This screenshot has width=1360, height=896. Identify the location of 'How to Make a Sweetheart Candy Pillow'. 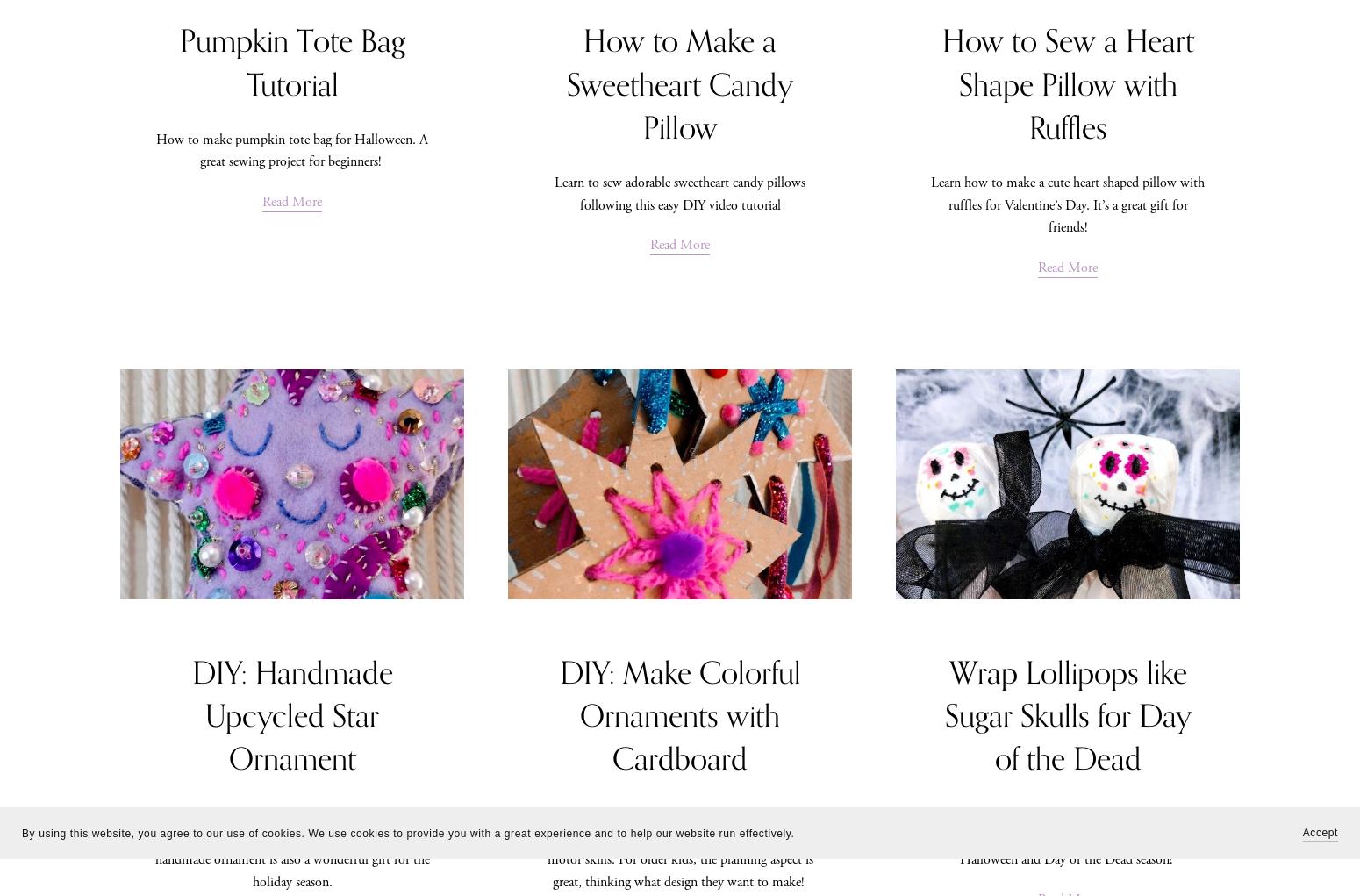
(680, 83).